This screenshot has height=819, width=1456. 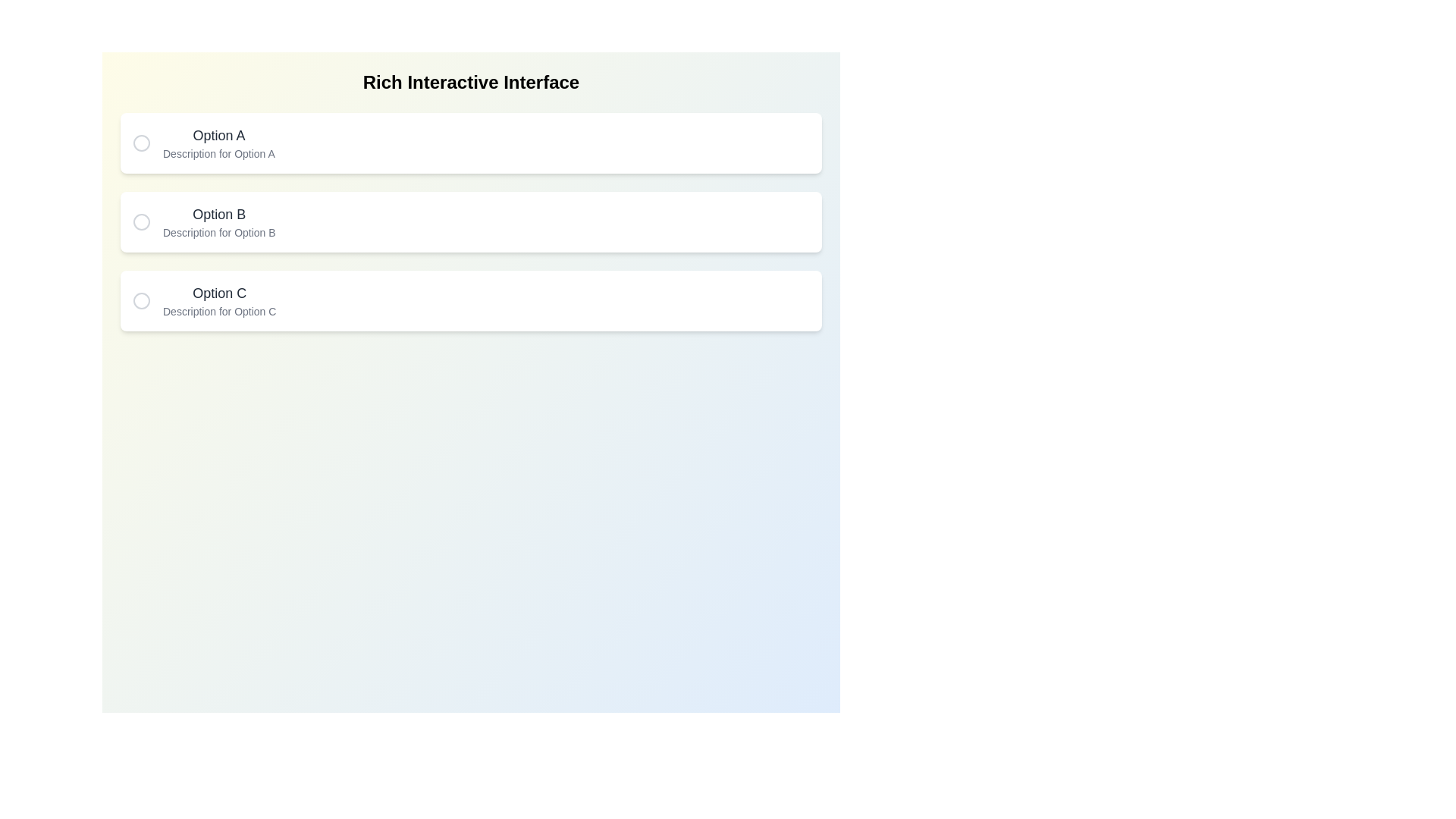 I want to click on circle button corresponding to Option B to toggle its selection, so click(x=142, y=222).